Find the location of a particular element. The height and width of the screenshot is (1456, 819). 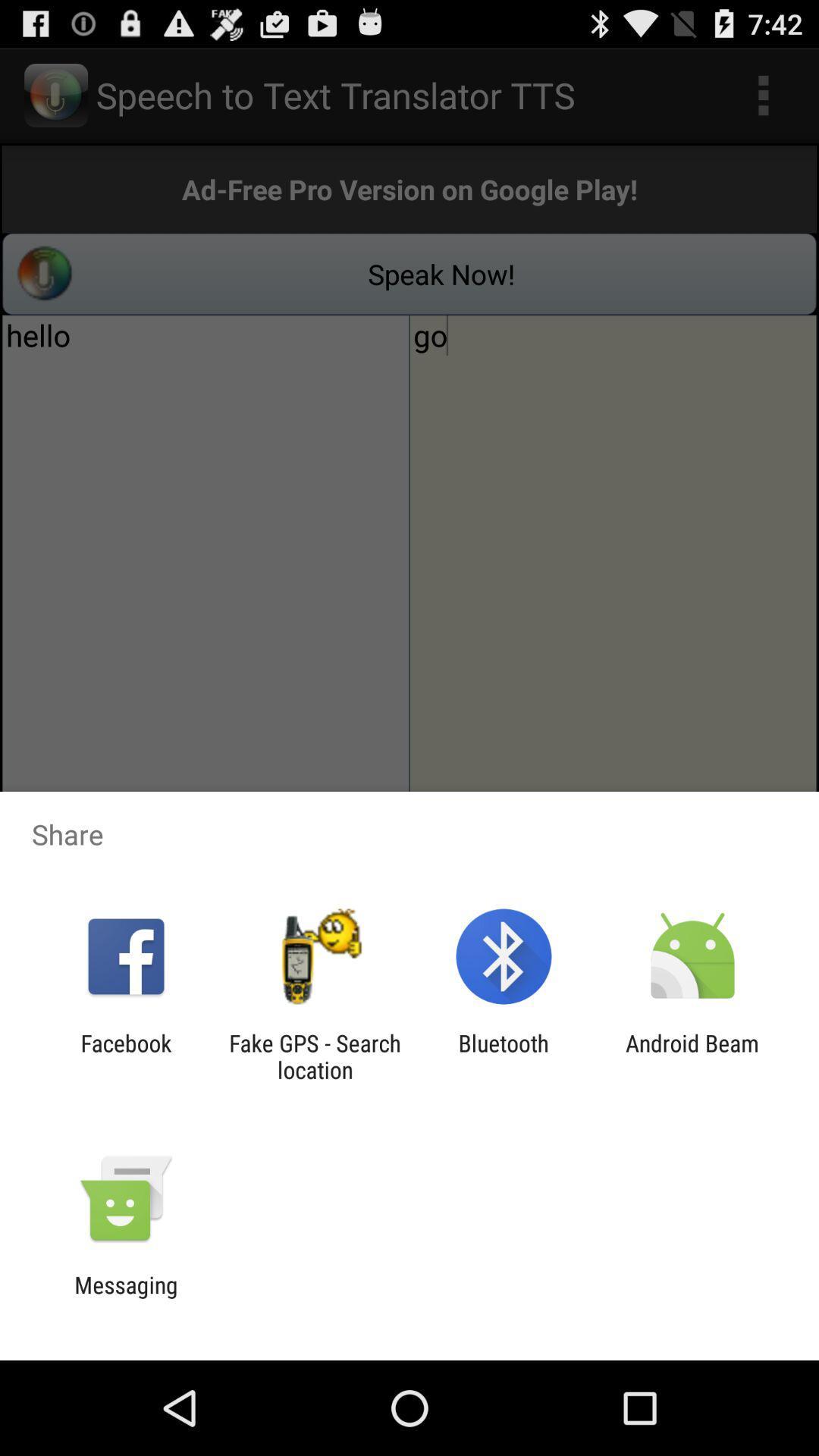

bluetooth is located at coordinates (504, 1056).